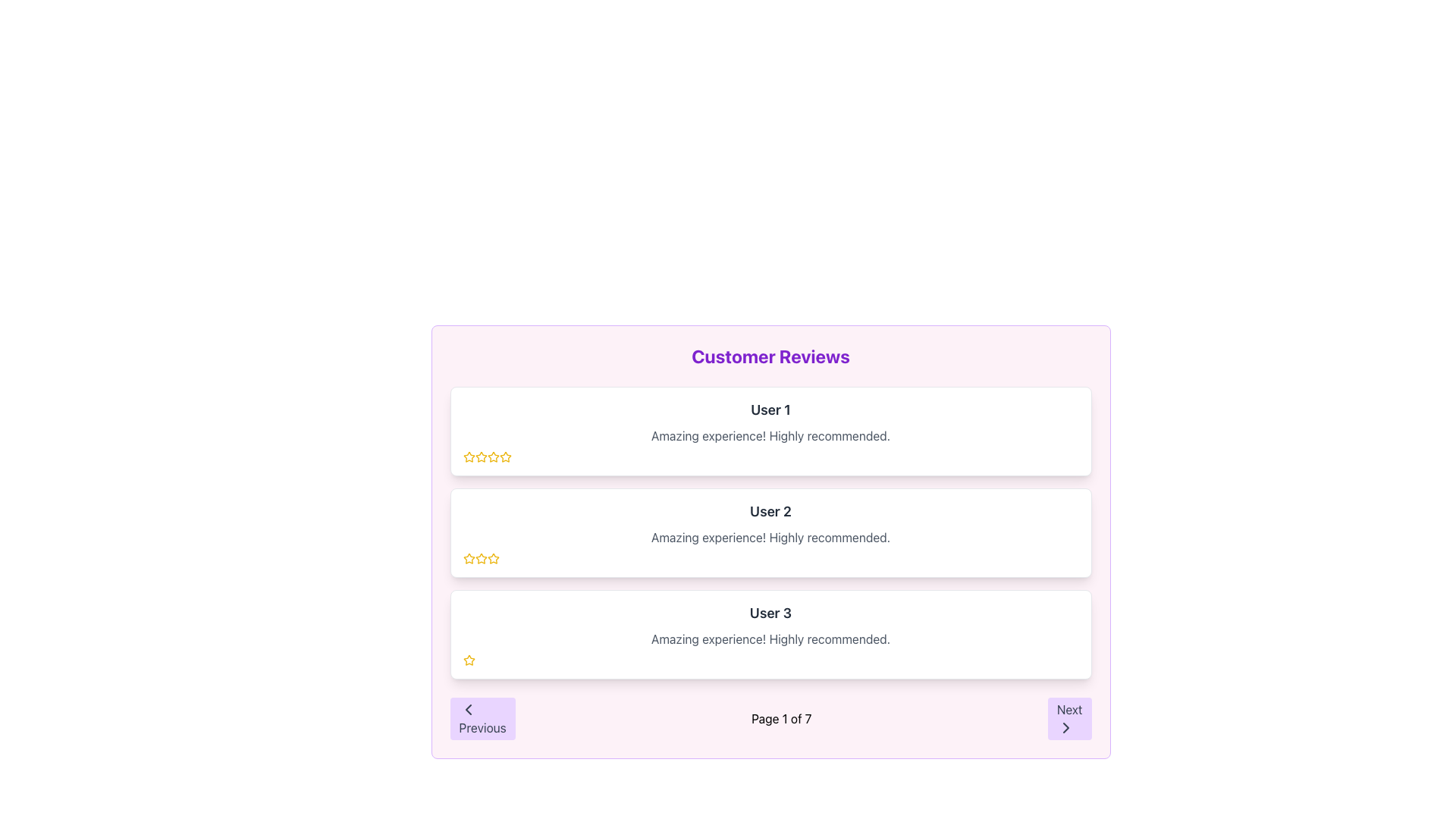  I want to click on the third gold-colored star icon in the 5-star rating system, located in the first user review section labeled 'User 1', so click(493, 456).